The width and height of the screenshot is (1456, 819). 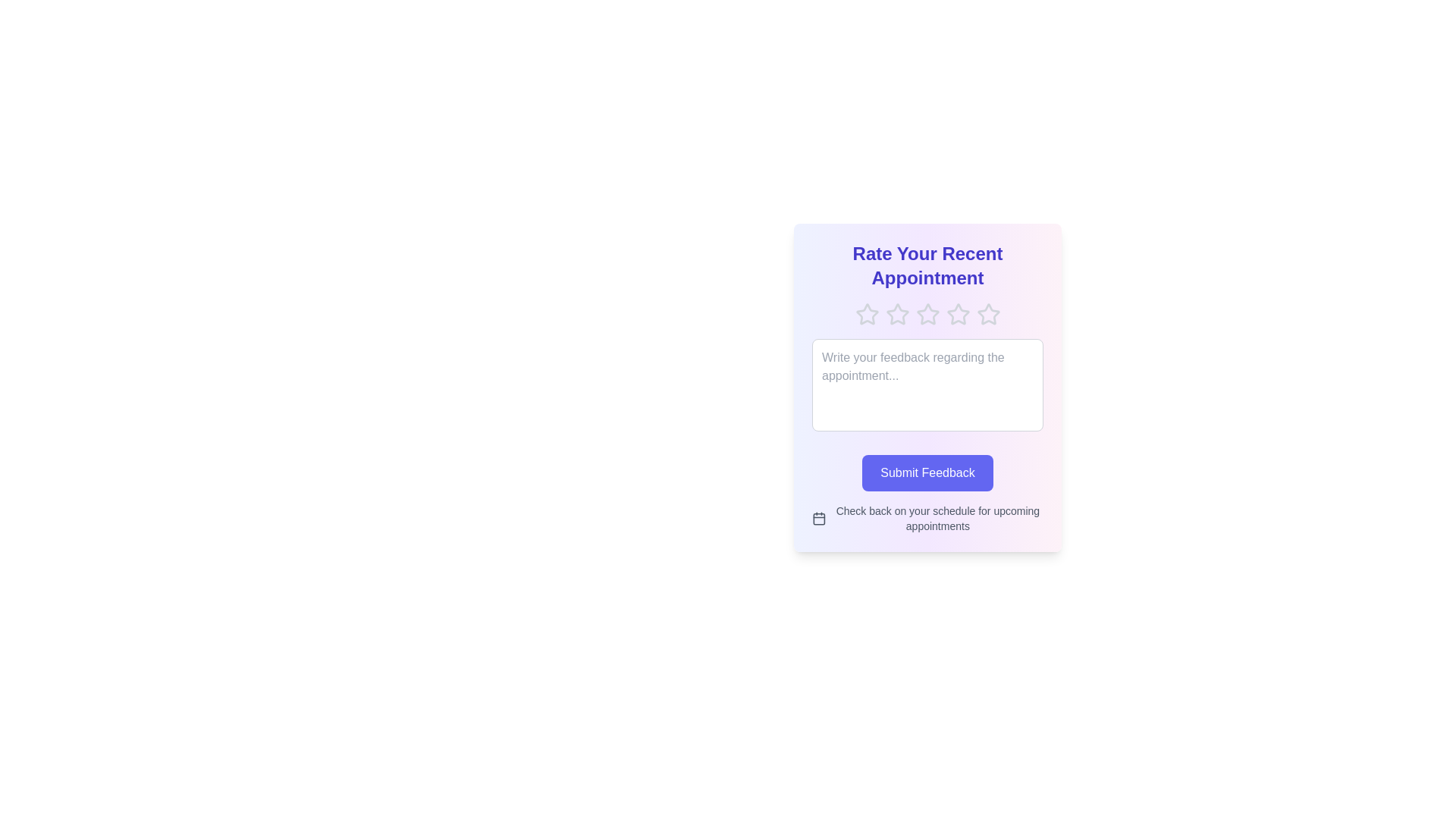 What do you see at coordinates (927, 384) in the screenshot?
I see `the text area and type the feedback text` at bounding box center [927, 384].